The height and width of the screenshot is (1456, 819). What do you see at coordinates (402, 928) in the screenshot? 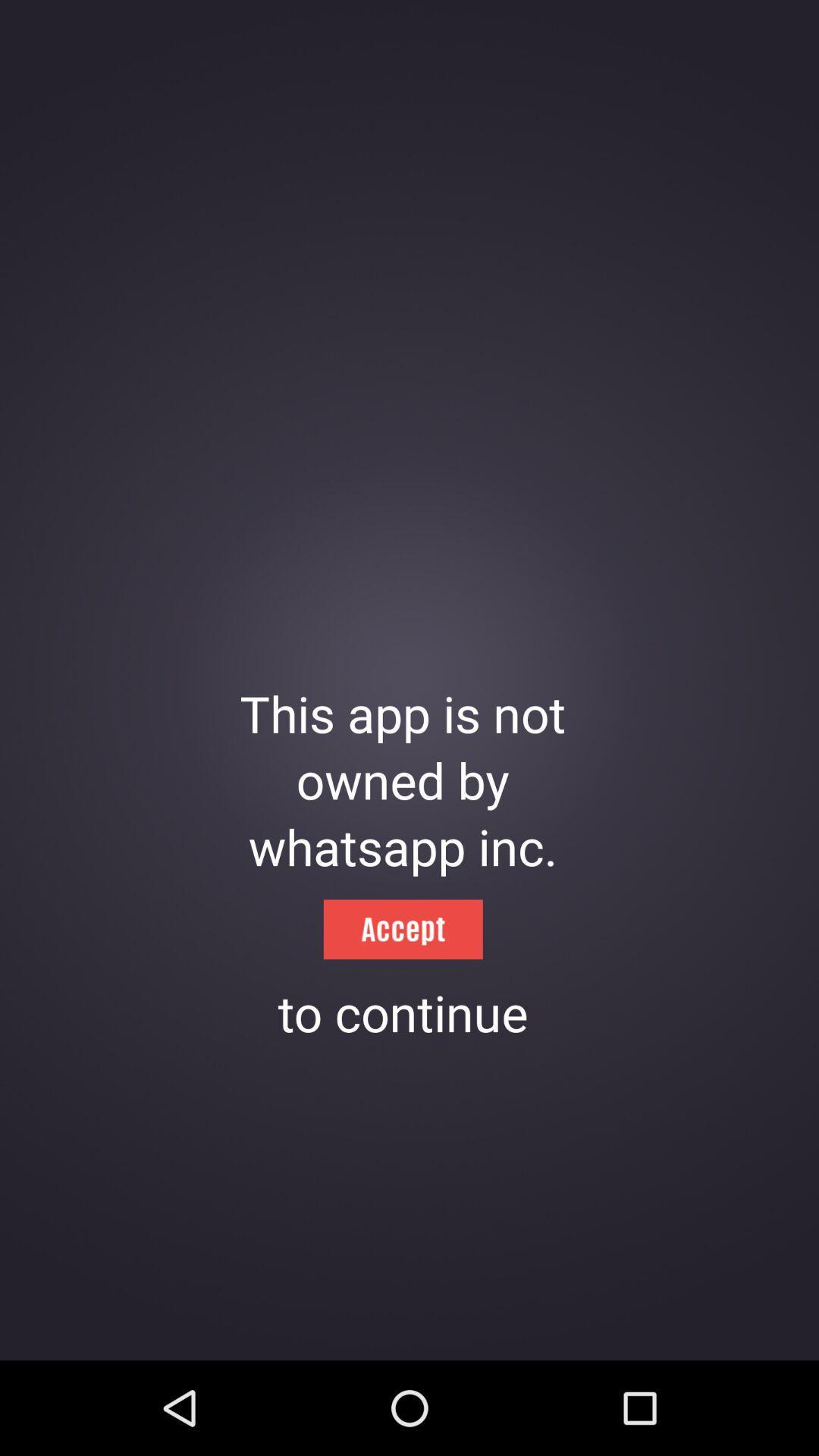
I see `the icon below whatsapp inc. icon` at bounding box center [402, 928].